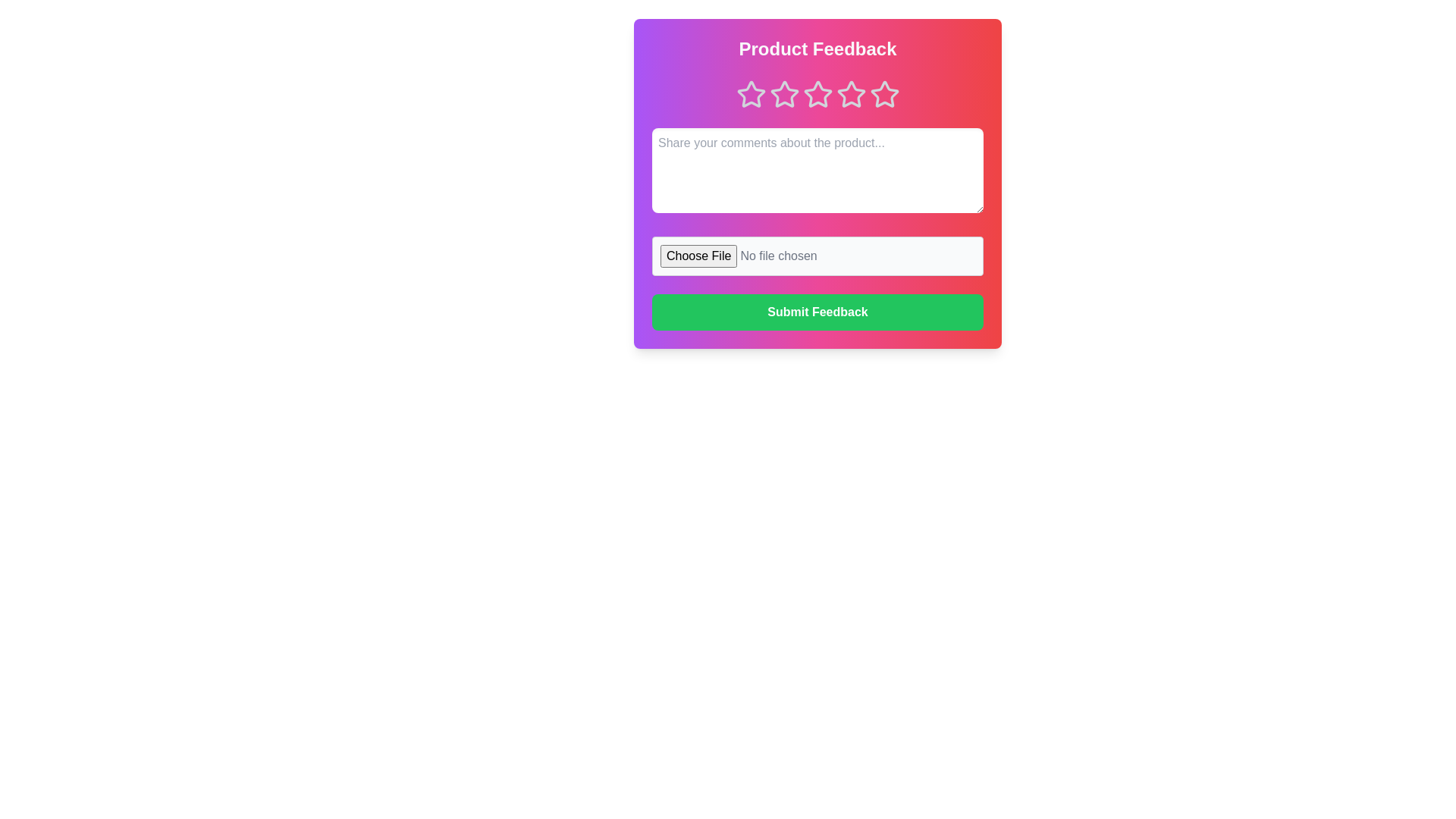 This screenshot has width=1456, height=819. What do you see at coordinates (817, 94) in the screenshot?
I see `the third star in the rating system located below the 'Product Feedback' title` at bounding box center [817, 94].